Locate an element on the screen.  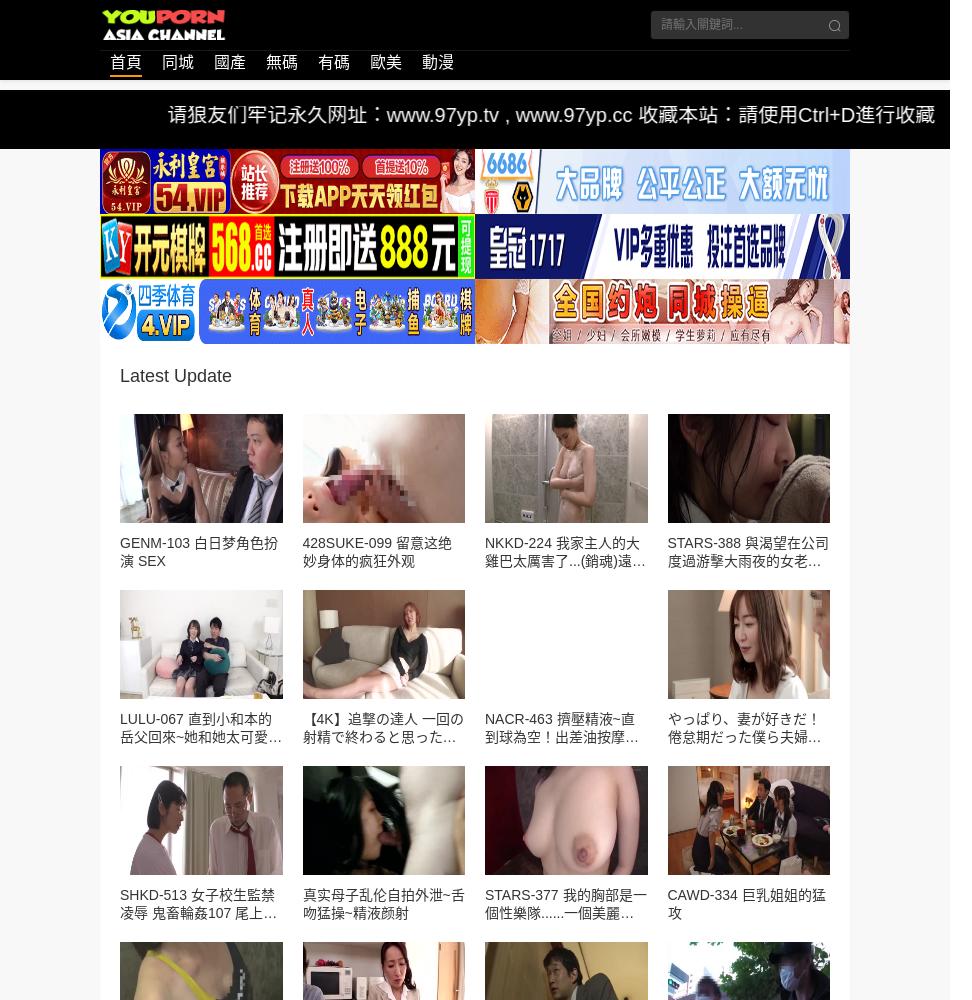
'要问清蒸阳澄湖大闸蟹要蒸多久的久最佳时间话,一般建议15到20分钟即可,首先我们要将大闸蟹用刷子清洗干净,从蟹背到蟹钳,然后将清洗干净的大闸蟹冷水下锅,一定。' is located at coordinates (329, 586).